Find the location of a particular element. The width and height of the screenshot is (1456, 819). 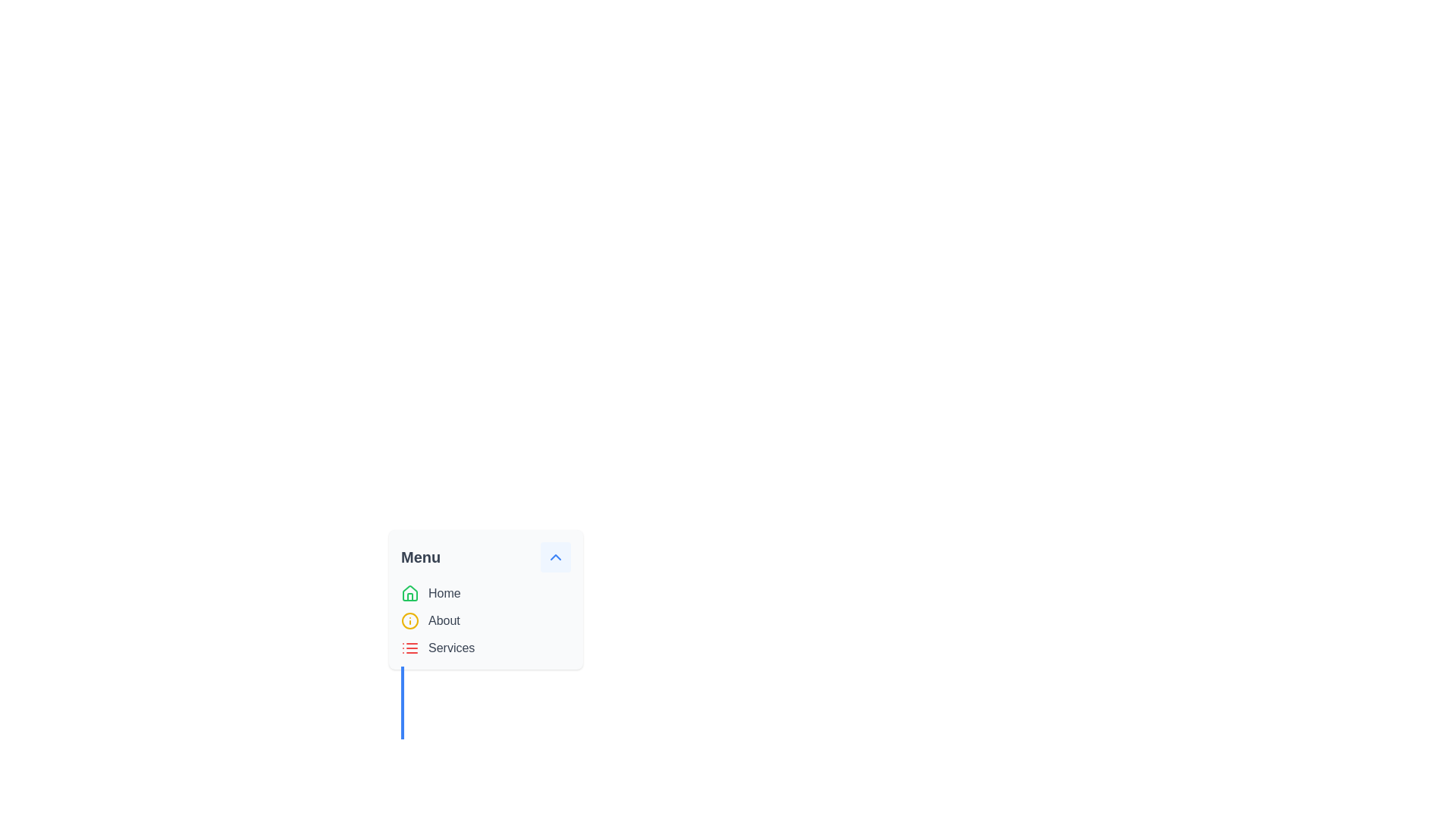

the text label that serves as a navigation option in the vertical menu below the title 'Menu' is located at coordinates (444, 593).